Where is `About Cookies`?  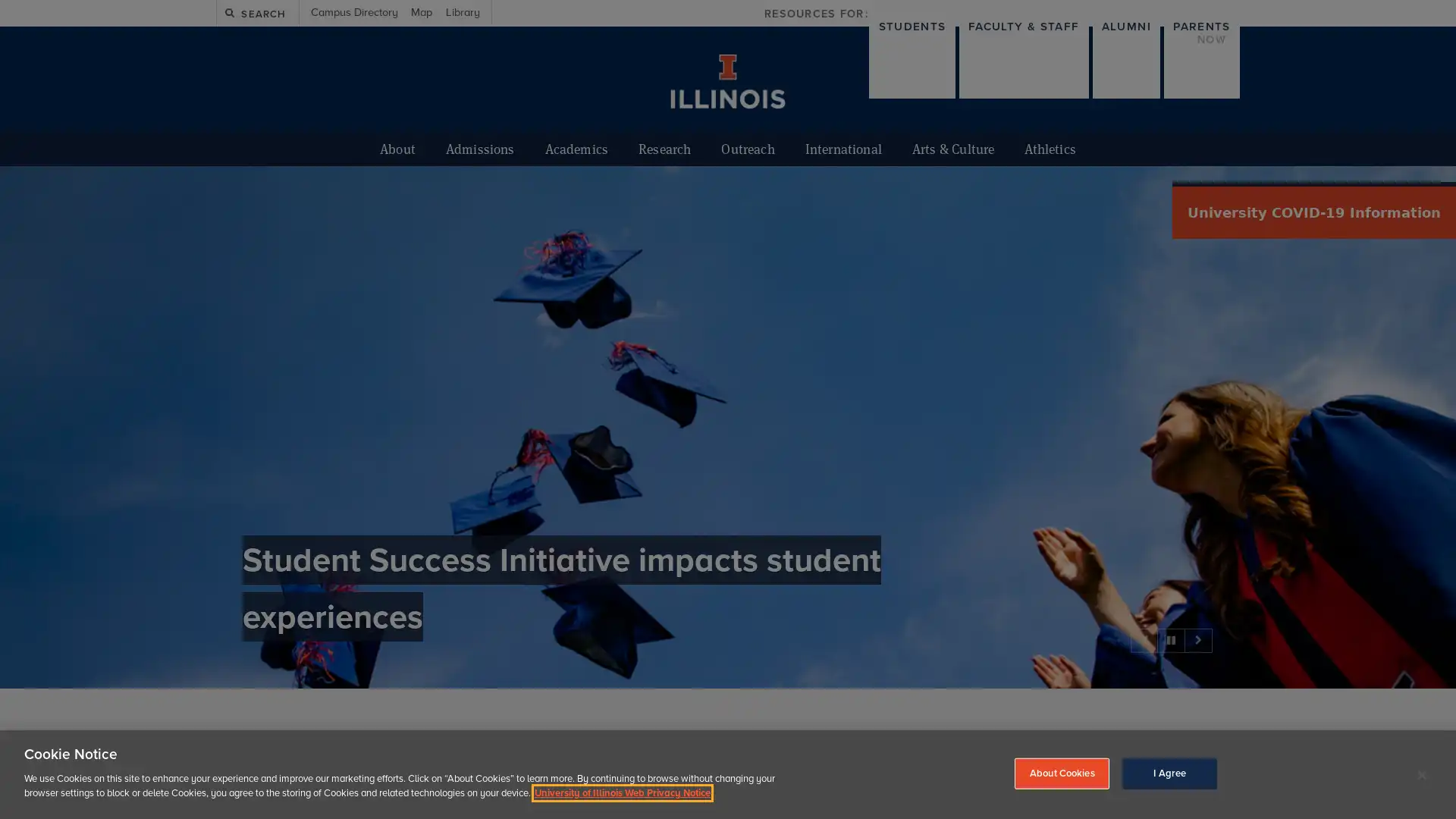
About Cookies is located at coordinates (1061, 773).